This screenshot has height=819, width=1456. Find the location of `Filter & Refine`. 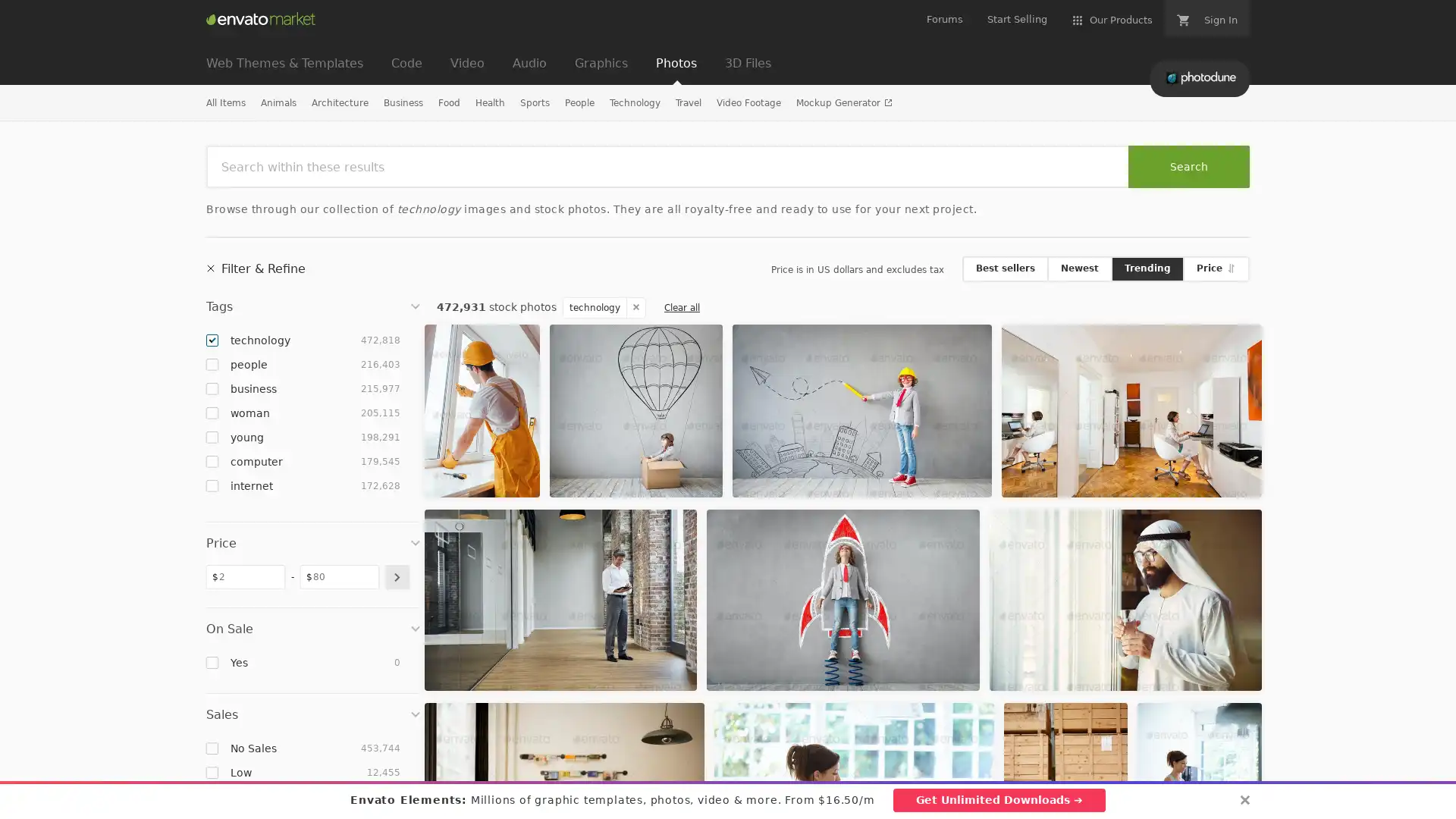

Filter & Refine is located at coordinates (266, 268).